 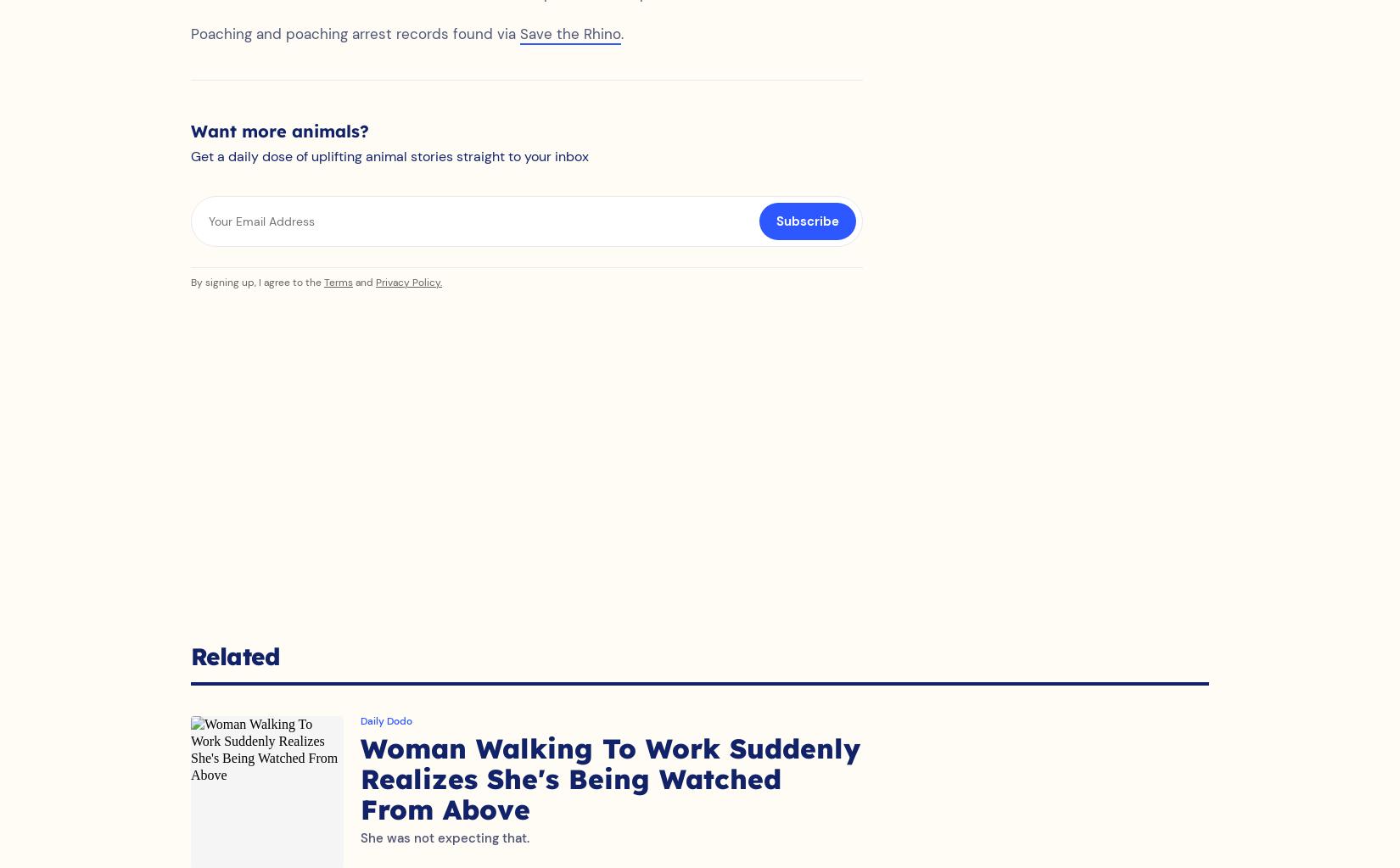 I want to click on 'Subscribe', so click(x=808, y=238).